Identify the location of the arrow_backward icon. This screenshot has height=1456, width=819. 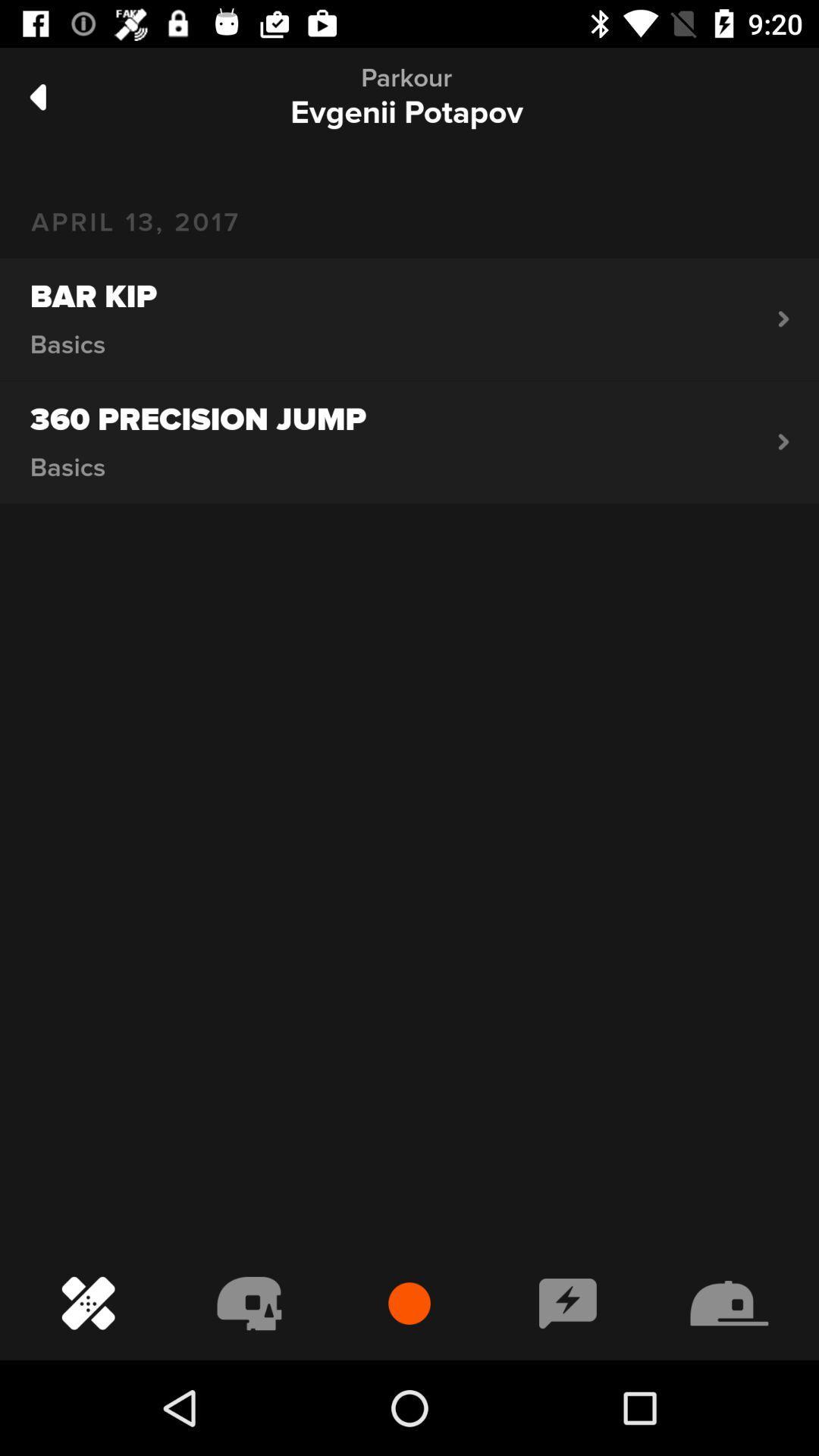
(37, 96).